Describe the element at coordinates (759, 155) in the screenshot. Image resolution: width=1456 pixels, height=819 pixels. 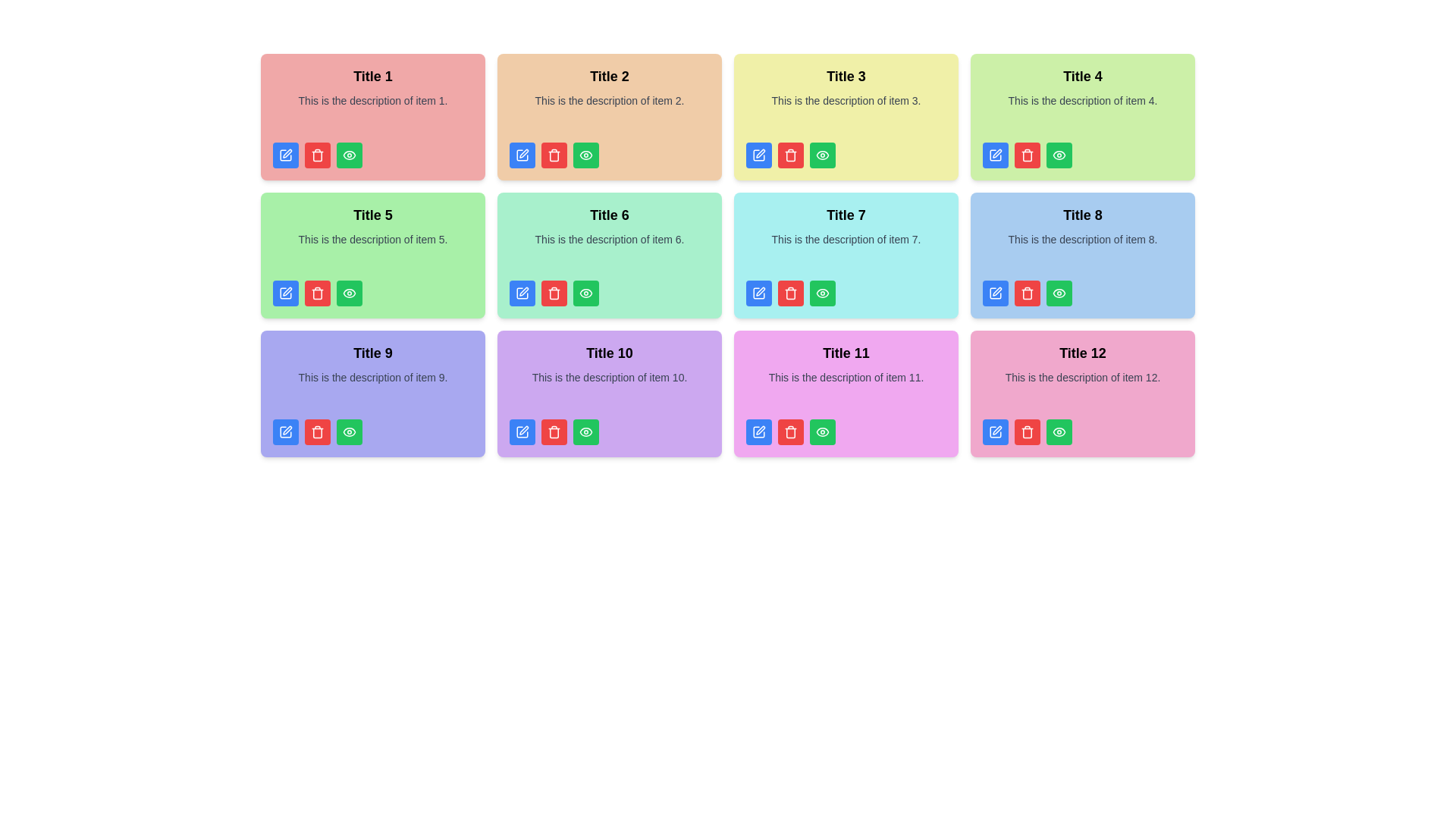
I see `the 'Edit' button located at the leftmost position of the three horizontally aligned buttons in the bottom section of the card titled 'Title 3'` at that location.